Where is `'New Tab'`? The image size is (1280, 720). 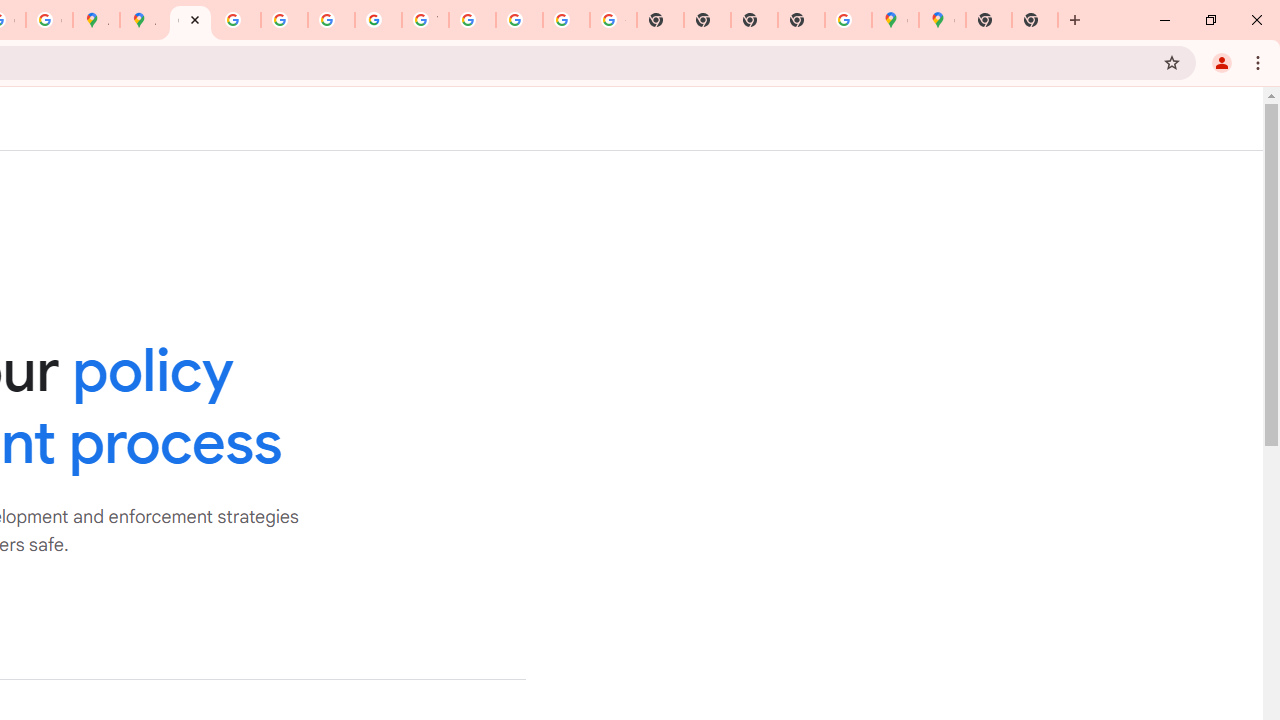
'New Tab' is located at coordinates (989, 20).